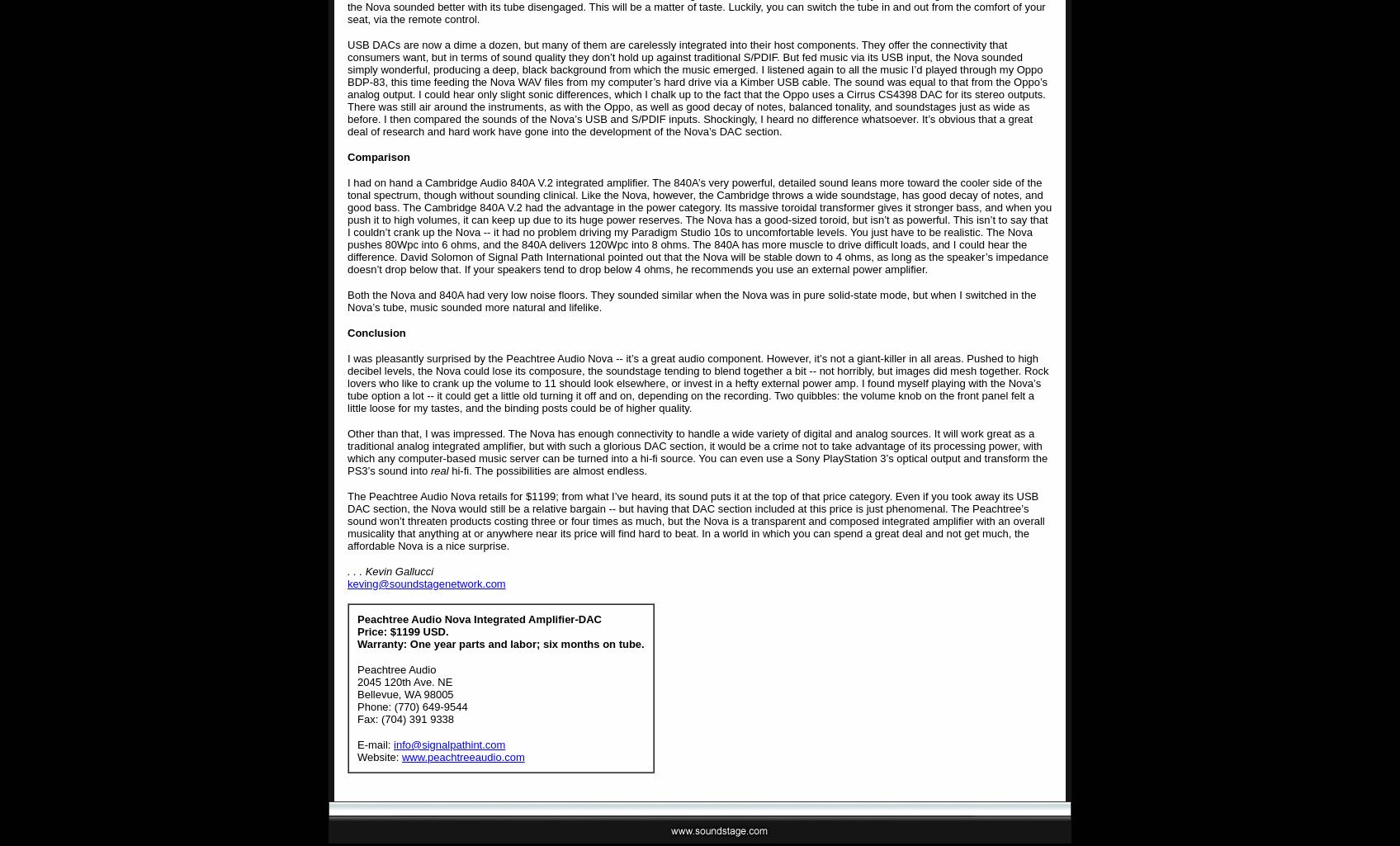  I want to click on '. . . Kevin Gallucci', so click(390, 571).